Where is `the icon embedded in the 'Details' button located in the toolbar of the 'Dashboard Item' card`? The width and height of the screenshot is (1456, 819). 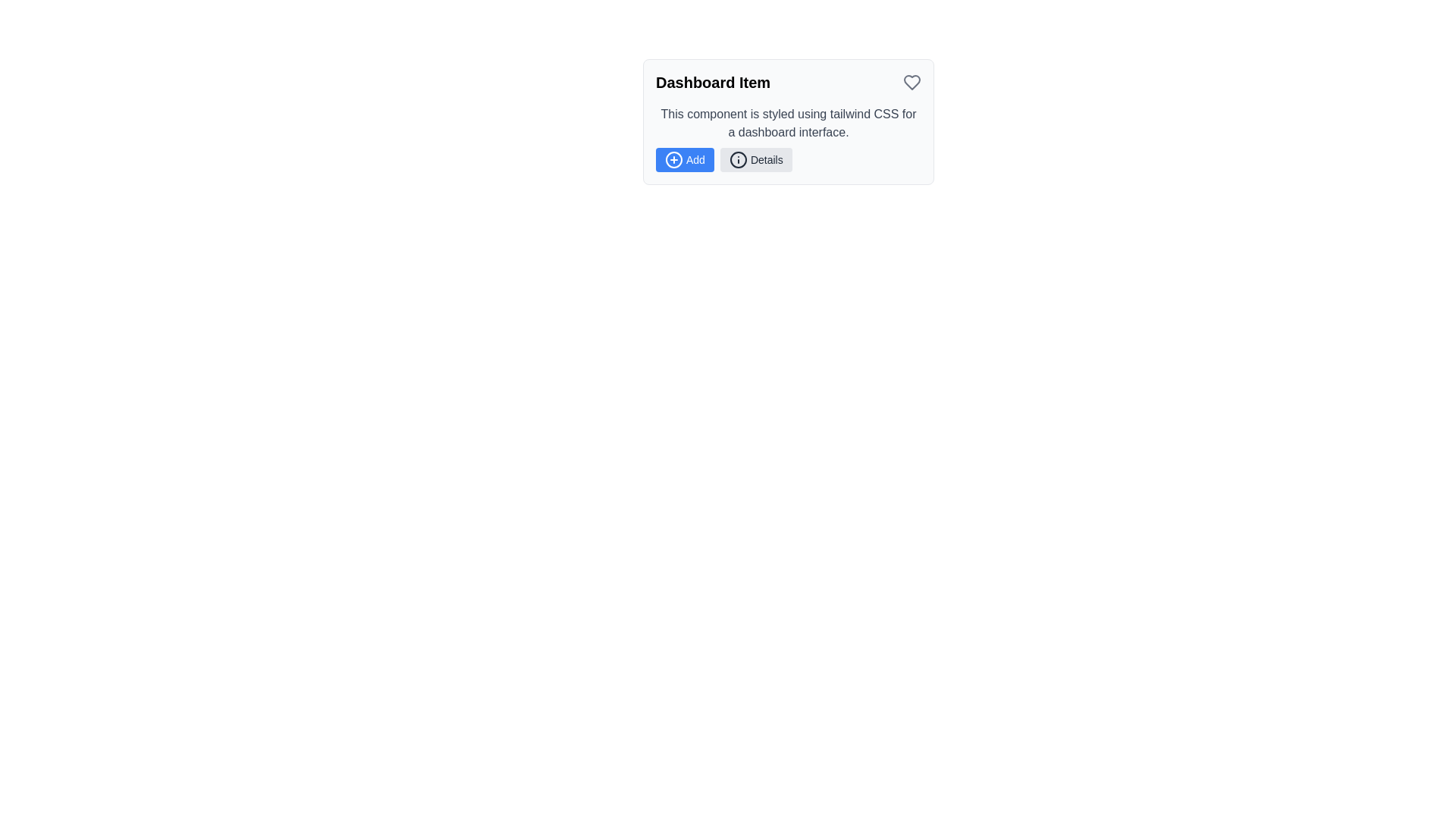
the icon embedded in the 'Details' button located in the toolbar of the 'Dashboard Item' card is located at coordinates (738, 160).